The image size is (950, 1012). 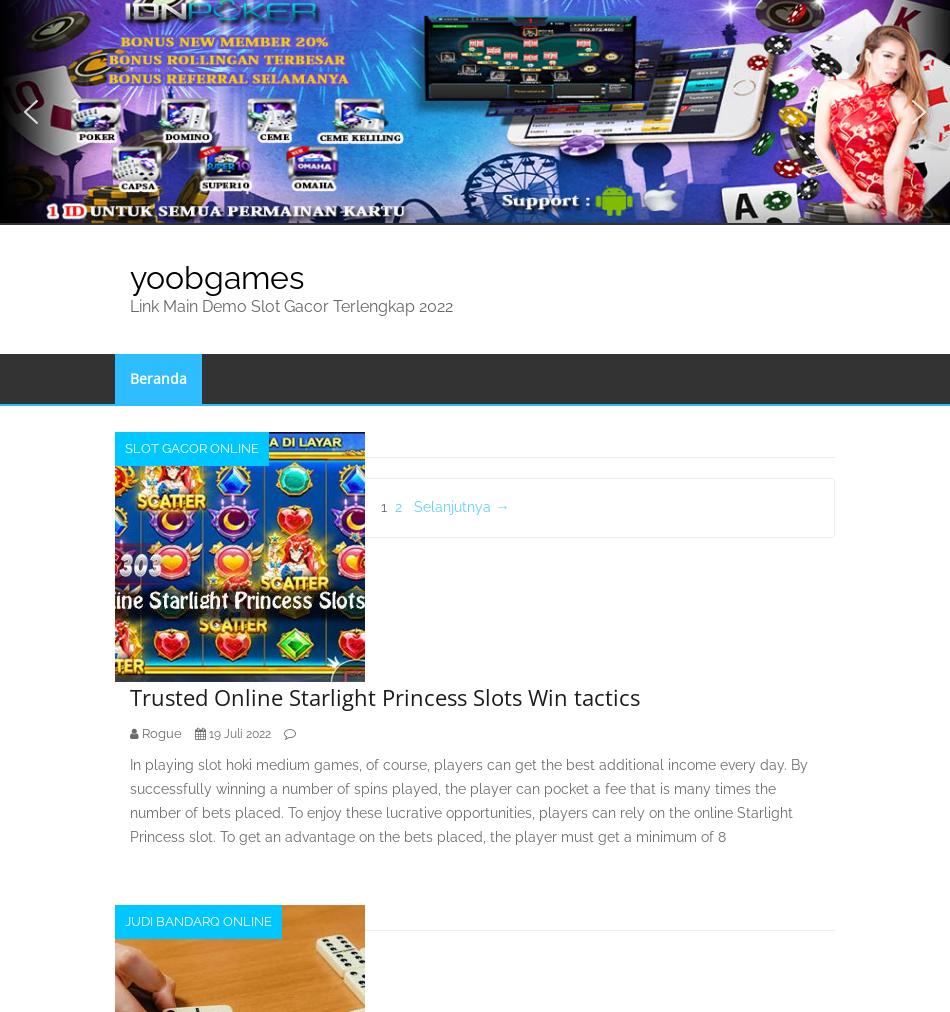 I want to click on 'Selanjutnya →', so click(x=460, y=506).